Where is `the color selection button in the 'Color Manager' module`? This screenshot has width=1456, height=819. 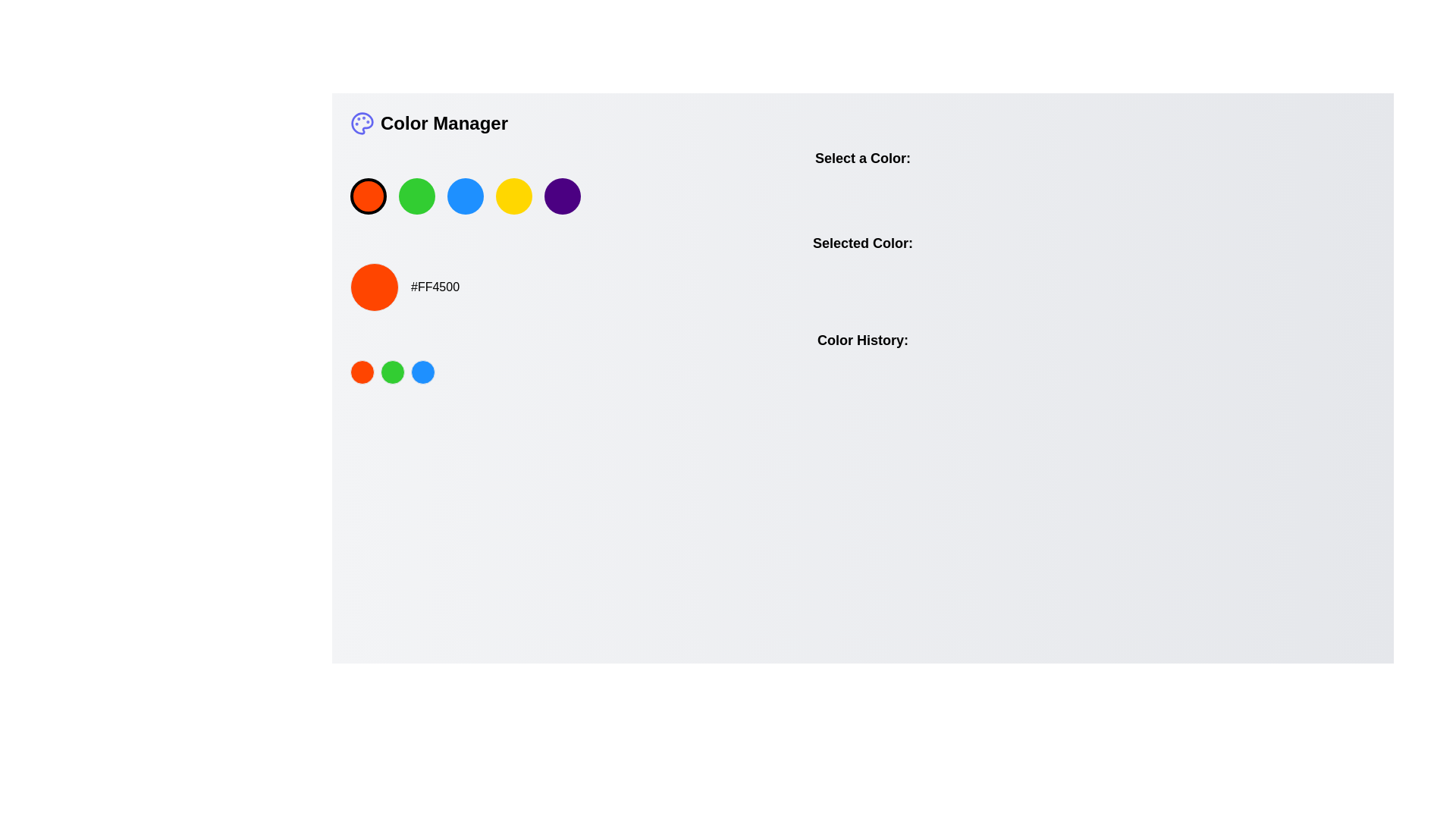
the color selection button in the 'Color Manager' module is located at coordinates (862, 180).